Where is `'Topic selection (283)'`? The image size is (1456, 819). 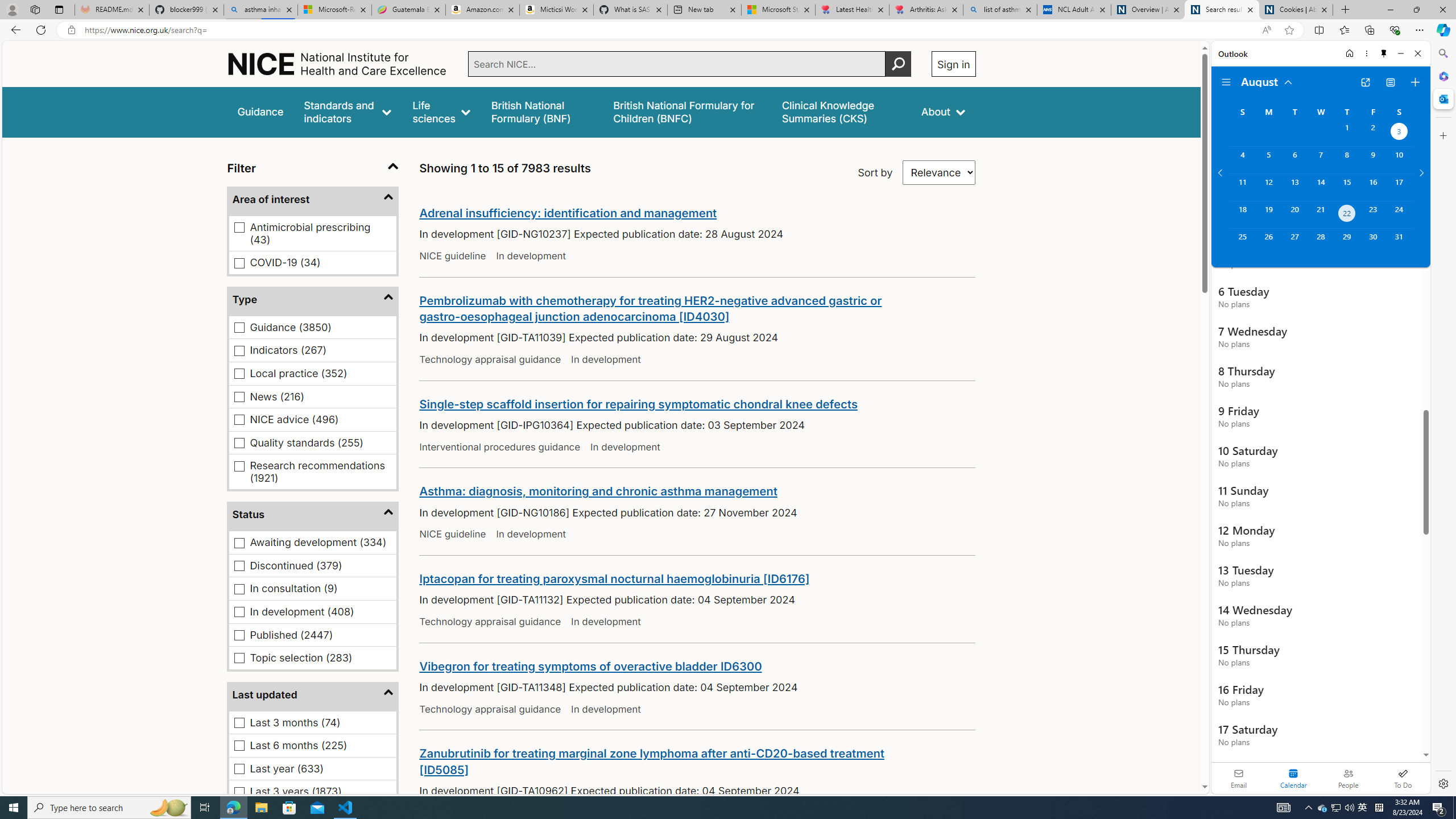
'Topic selection (283)' is located at coordinates (239, 657).